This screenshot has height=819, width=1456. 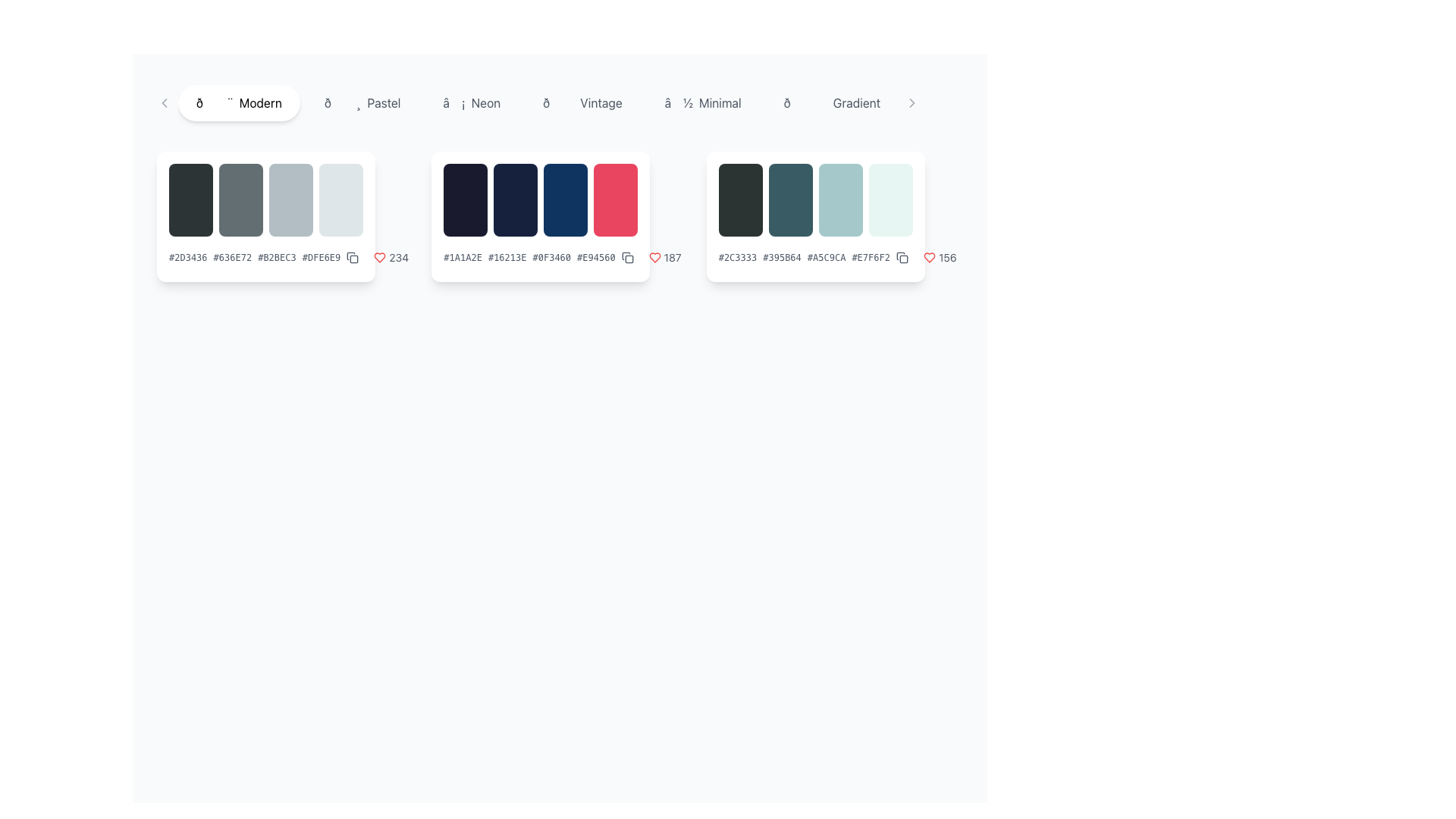 What do you see at coordinates (737, 256) in the screenshot?
I see `the text element that displays the hexadecimal color code, located inside the rightmost palette card in the top-right quadrant of the interface` at bounding box center [737, 256].